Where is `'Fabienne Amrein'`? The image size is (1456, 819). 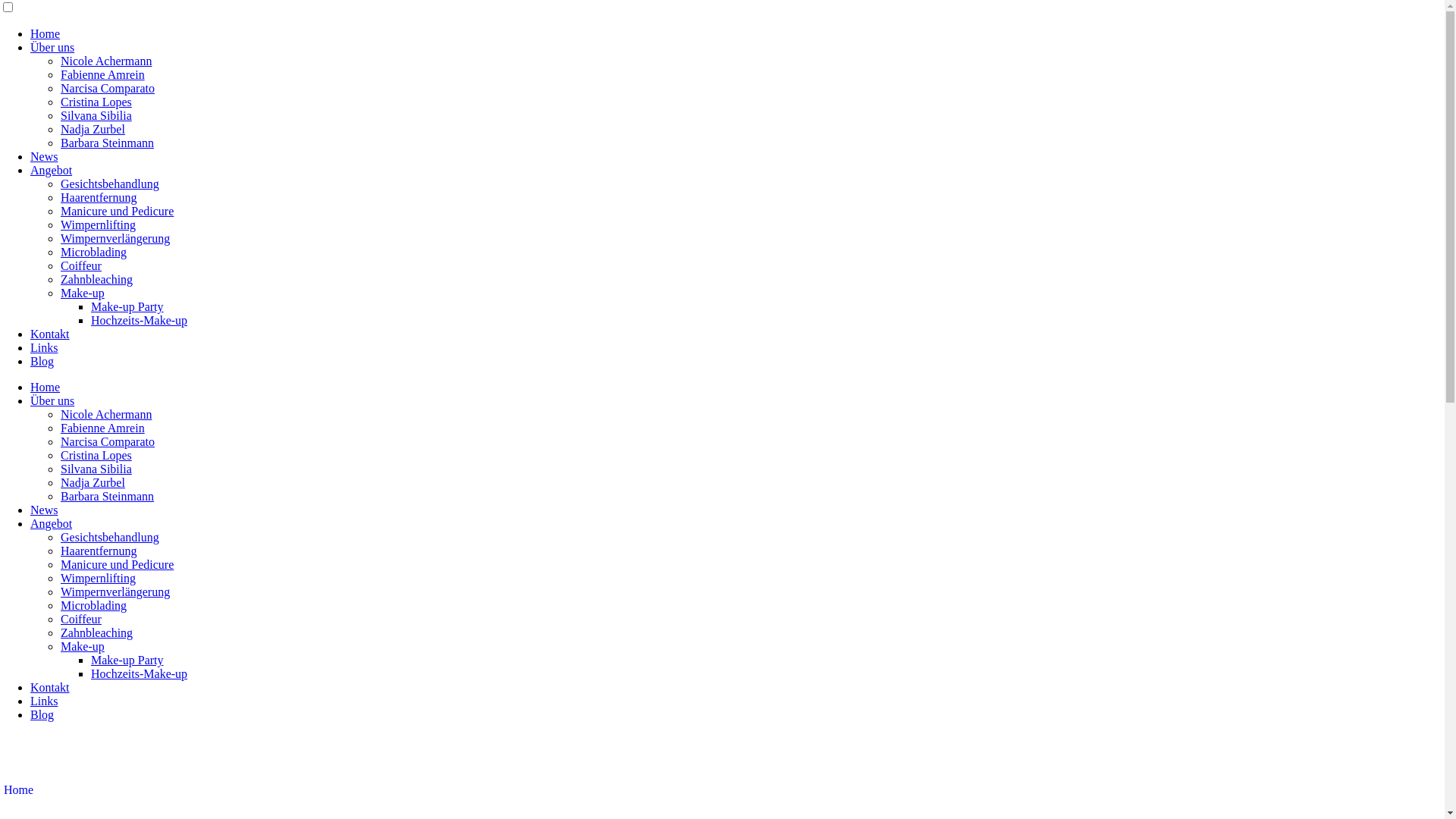 'Fabienne Amrein' is located at coordinates (102, 428).